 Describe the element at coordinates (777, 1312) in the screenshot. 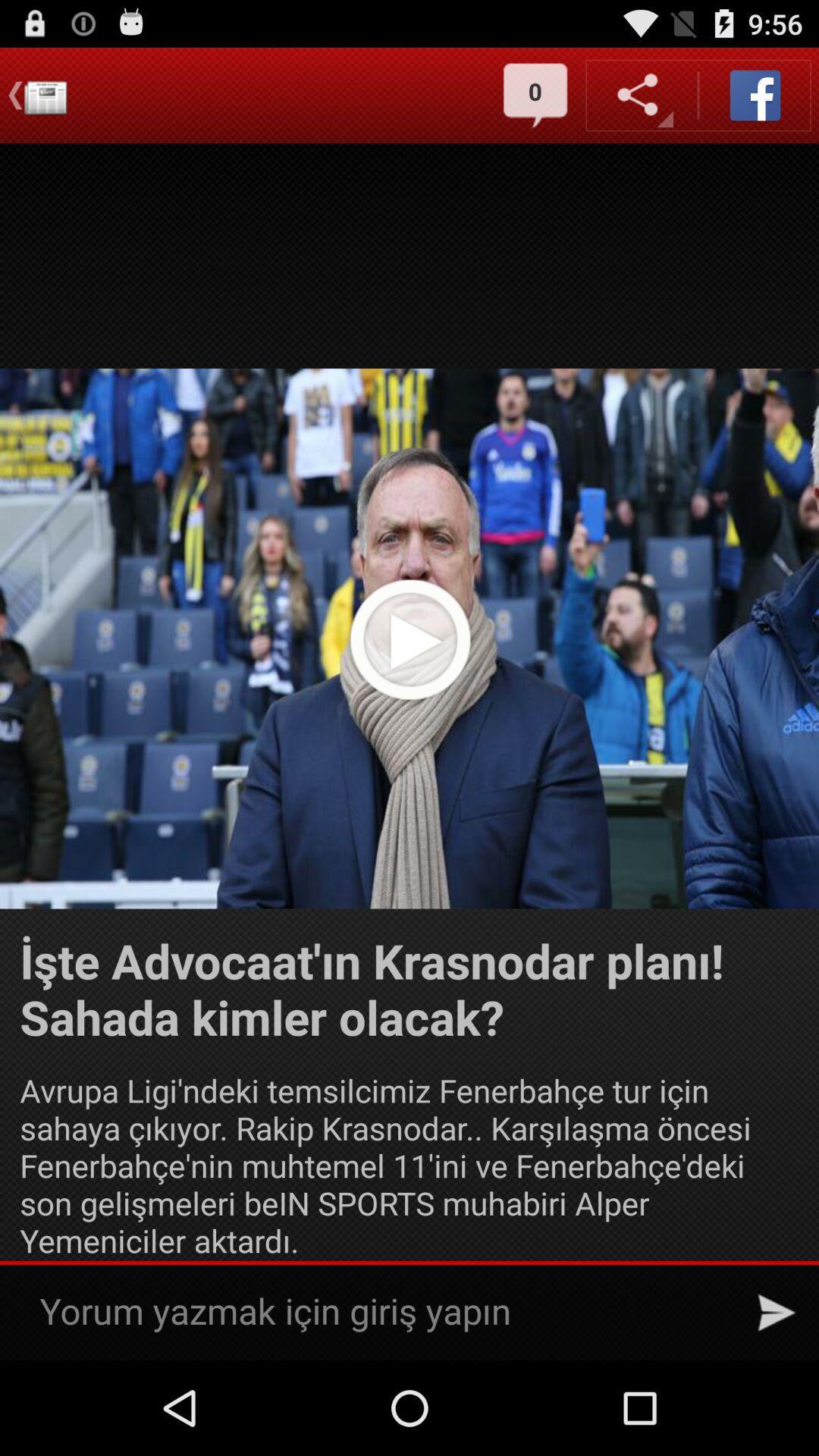

I see `send the message` at that location.